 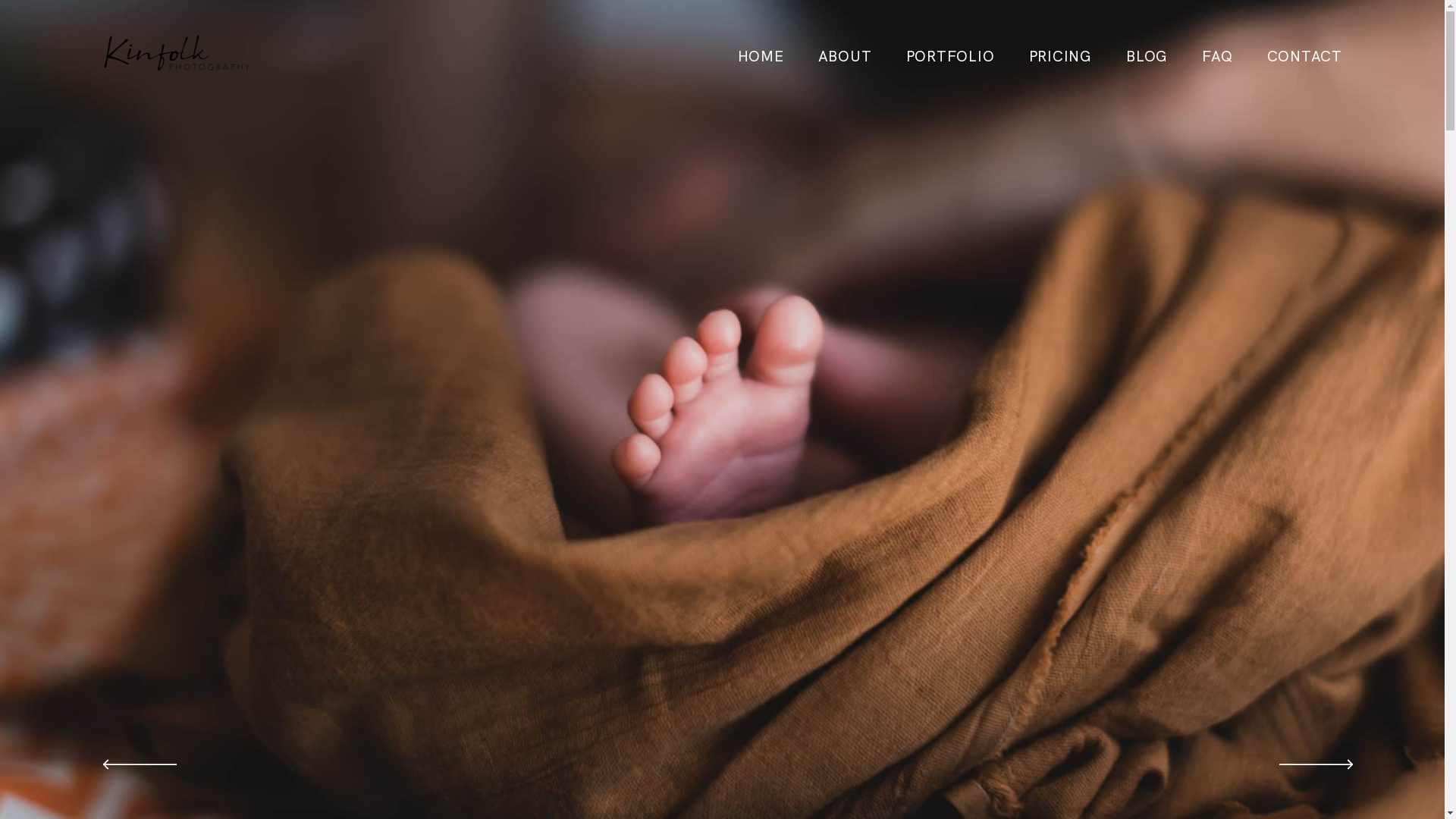 What do you see at coordinates (1147, 55) in the screenshot?
I see `'BLOG'` at bounding box center [1147, 55].